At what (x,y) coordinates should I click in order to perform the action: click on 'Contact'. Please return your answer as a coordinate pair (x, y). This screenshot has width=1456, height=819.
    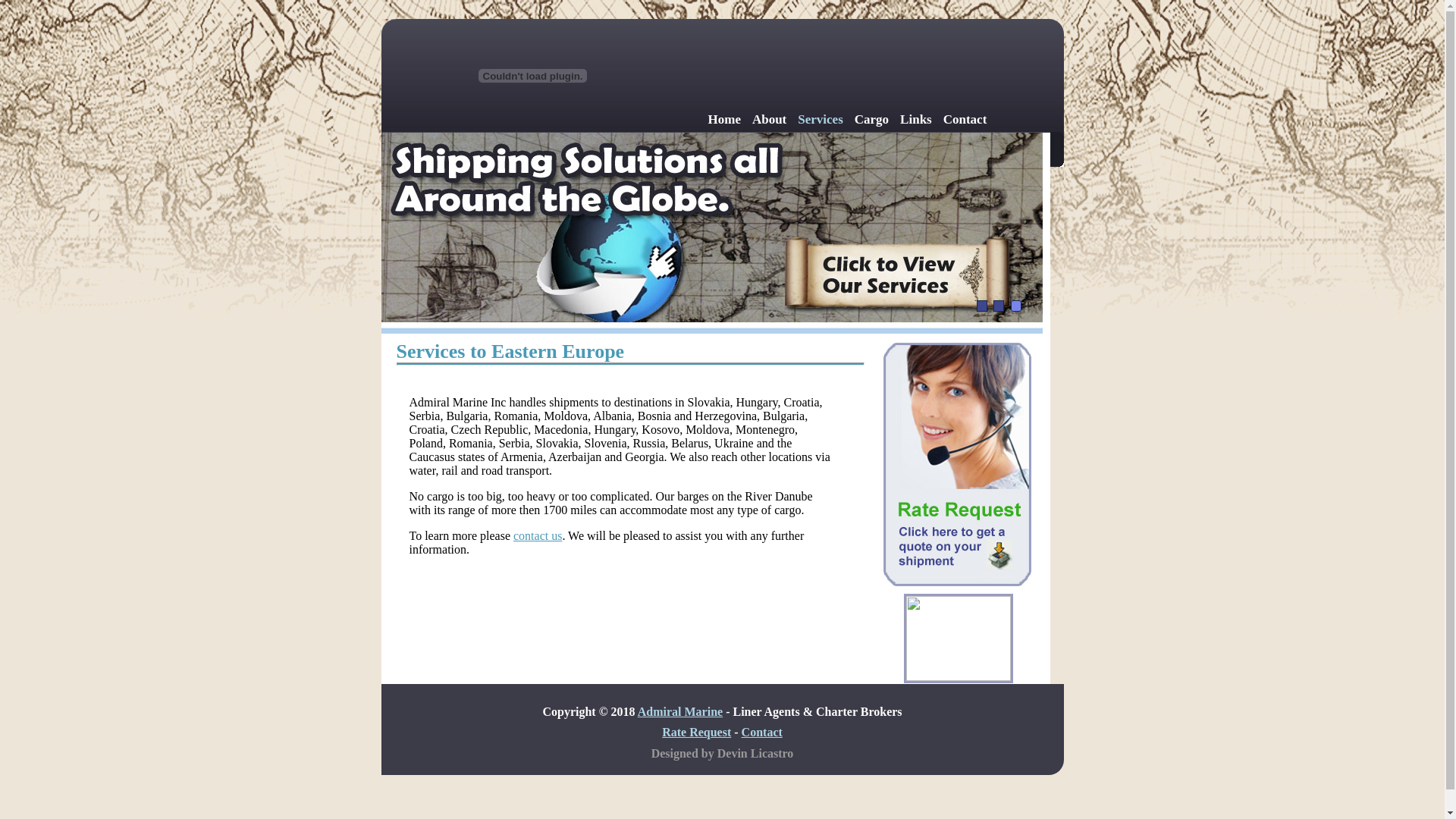
    Looking at the image, I should click on (761, 731).